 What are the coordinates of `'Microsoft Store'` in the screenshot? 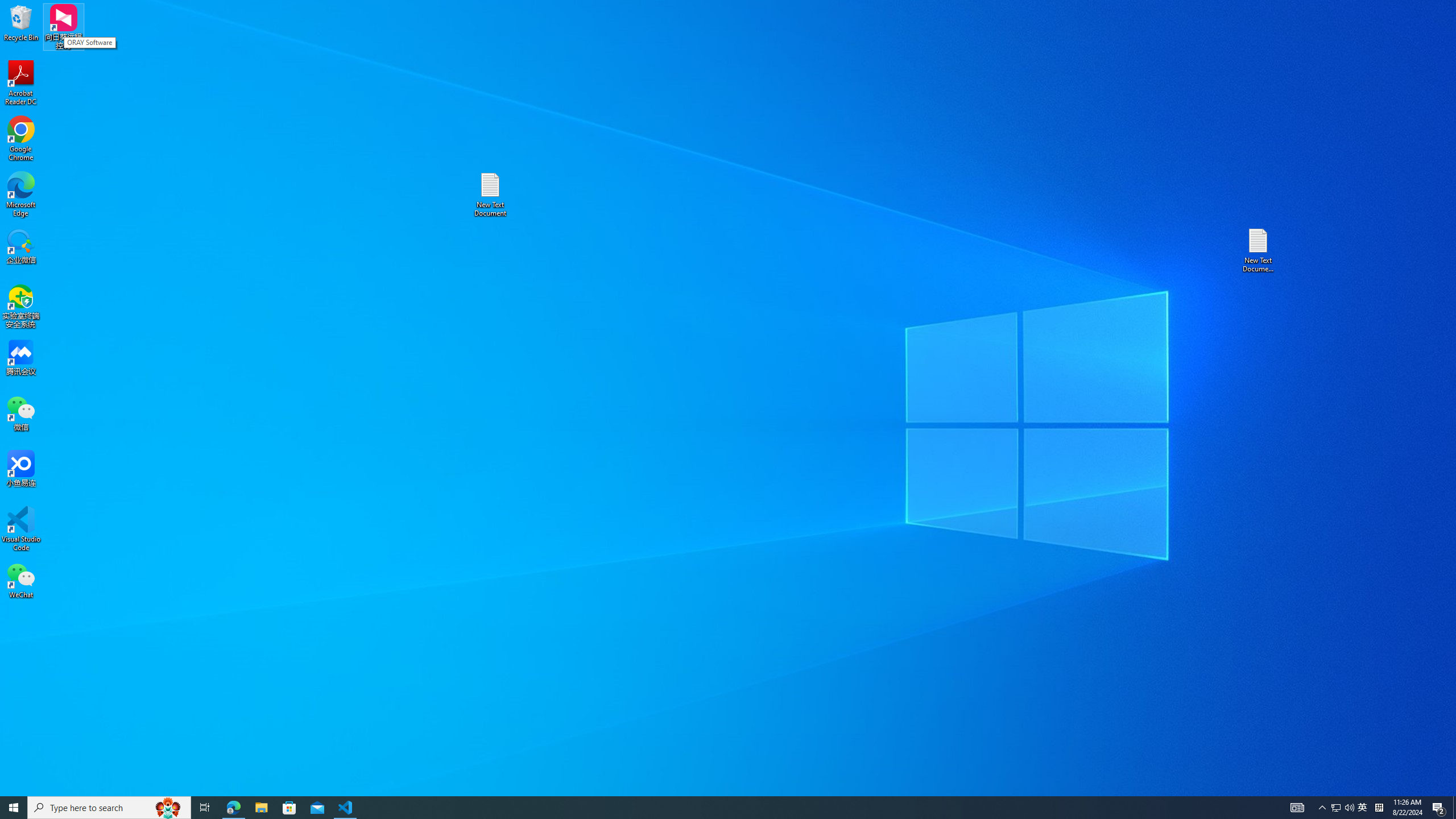 It's located at (260, 806).